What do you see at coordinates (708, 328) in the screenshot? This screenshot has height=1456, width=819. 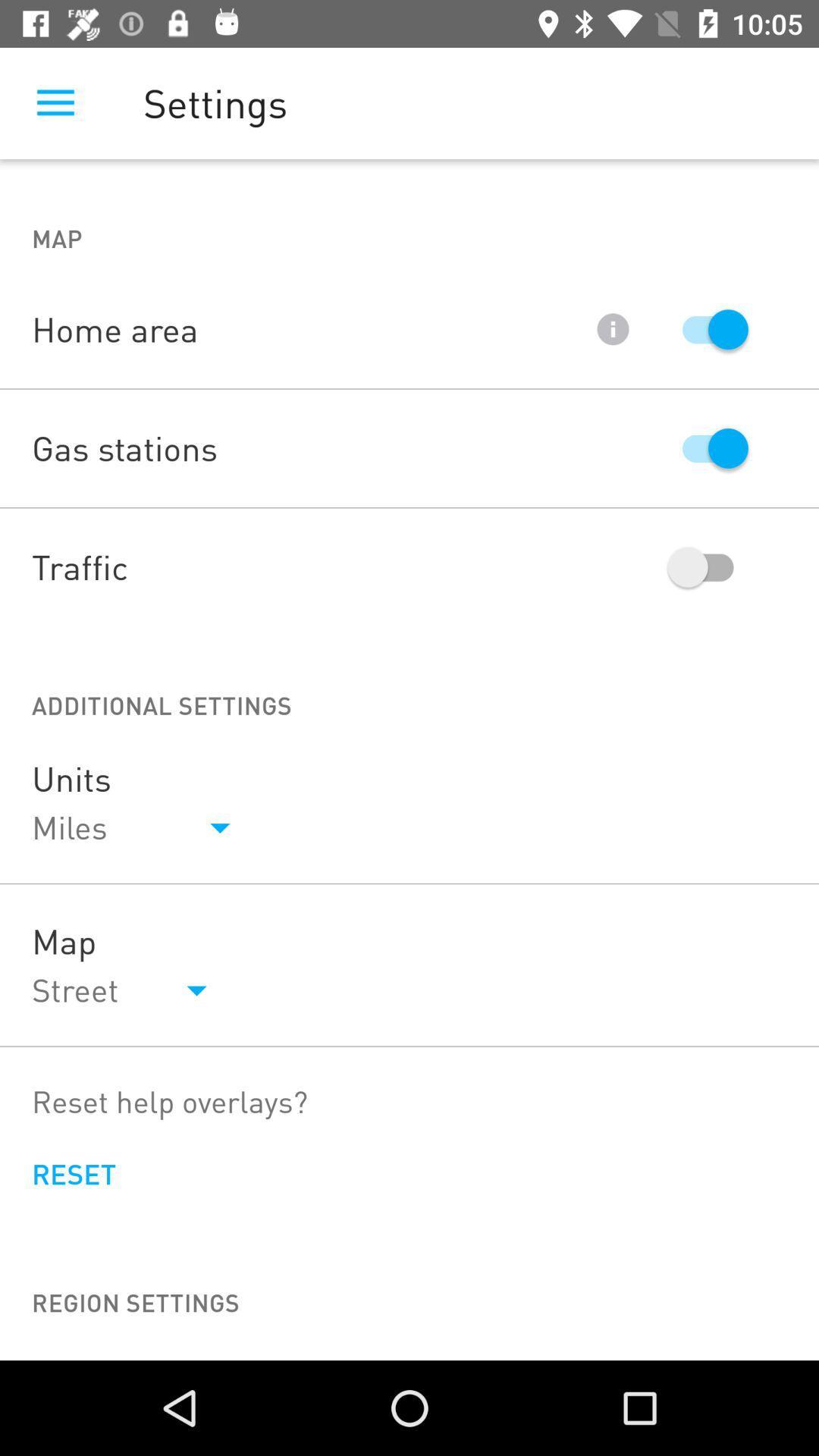 I see `to choose the area option` at bounding box center [708, 328].